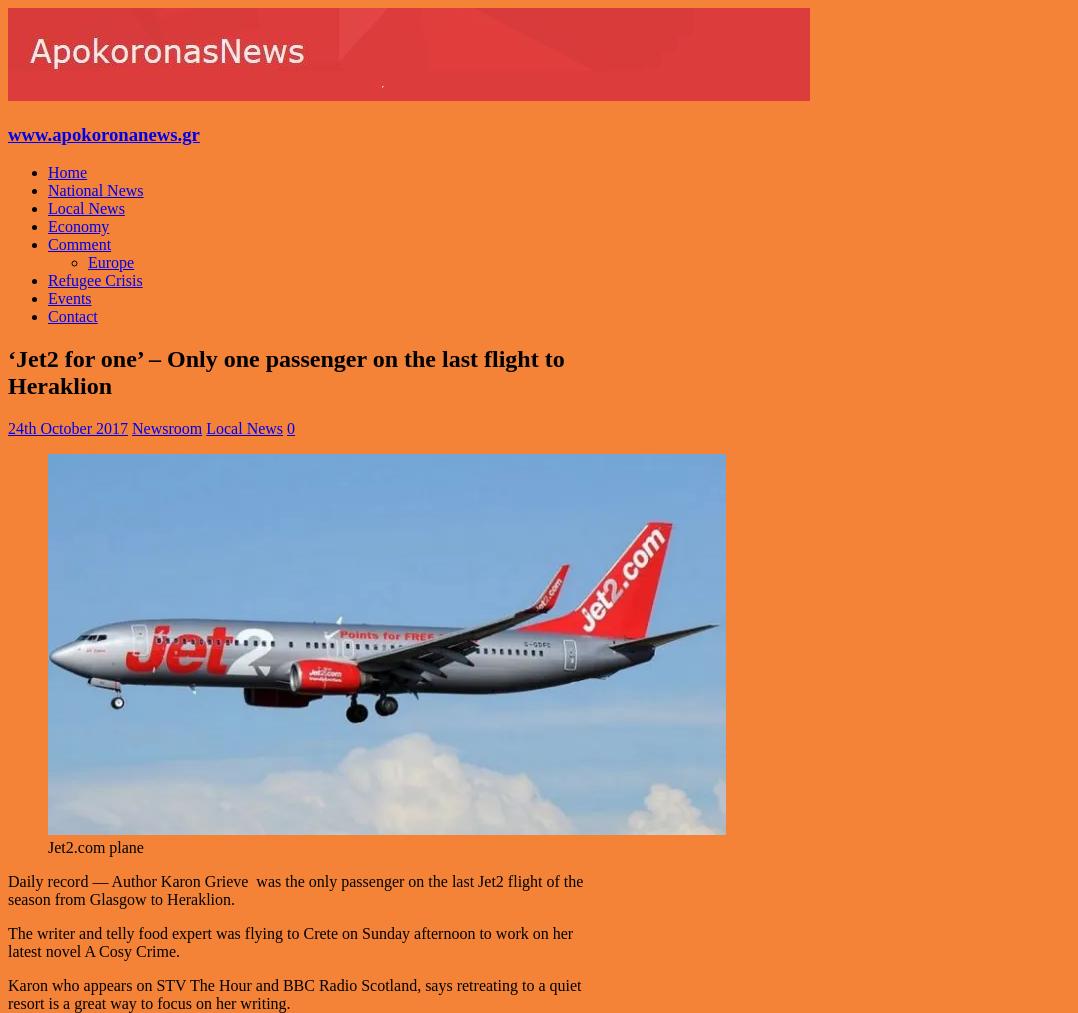 This screenshot has height=1013, width=1078. I want to click on 'National News', so click(94, 190).